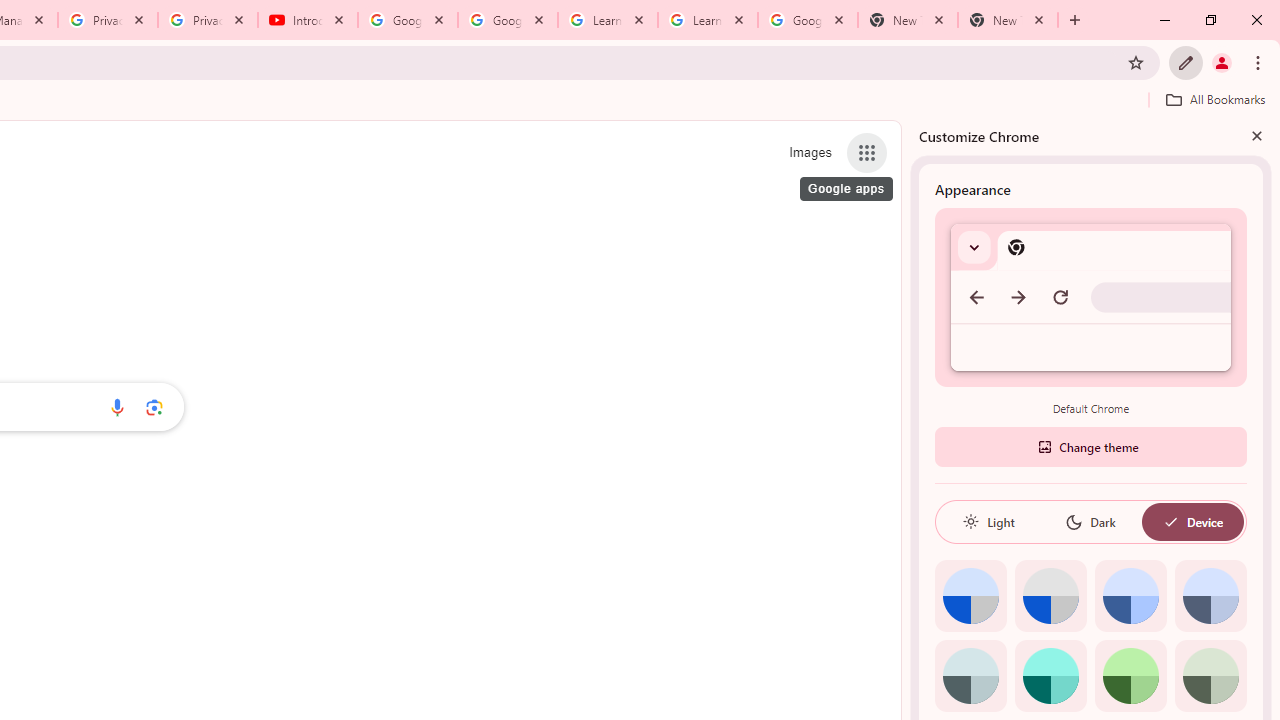 This screenshot has height=720, width=1280. I want to click on 'Change theme', so click(1089, 446).